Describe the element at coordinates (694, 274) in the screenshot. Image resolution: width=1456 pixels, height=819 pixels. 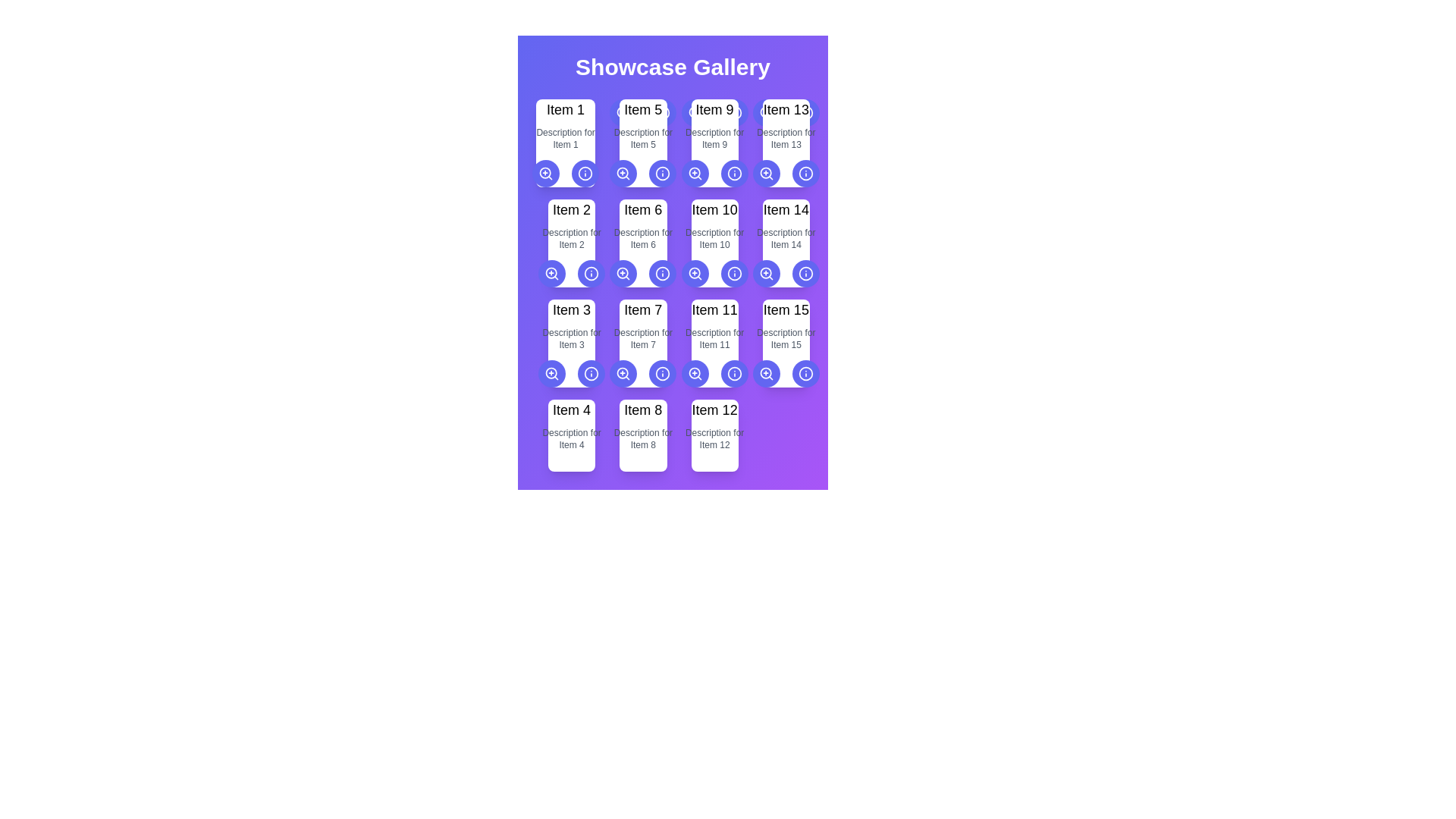
I see `the zoom in button located in the row labeled 'Item 10', positioned to the left of other buttons` at that location.